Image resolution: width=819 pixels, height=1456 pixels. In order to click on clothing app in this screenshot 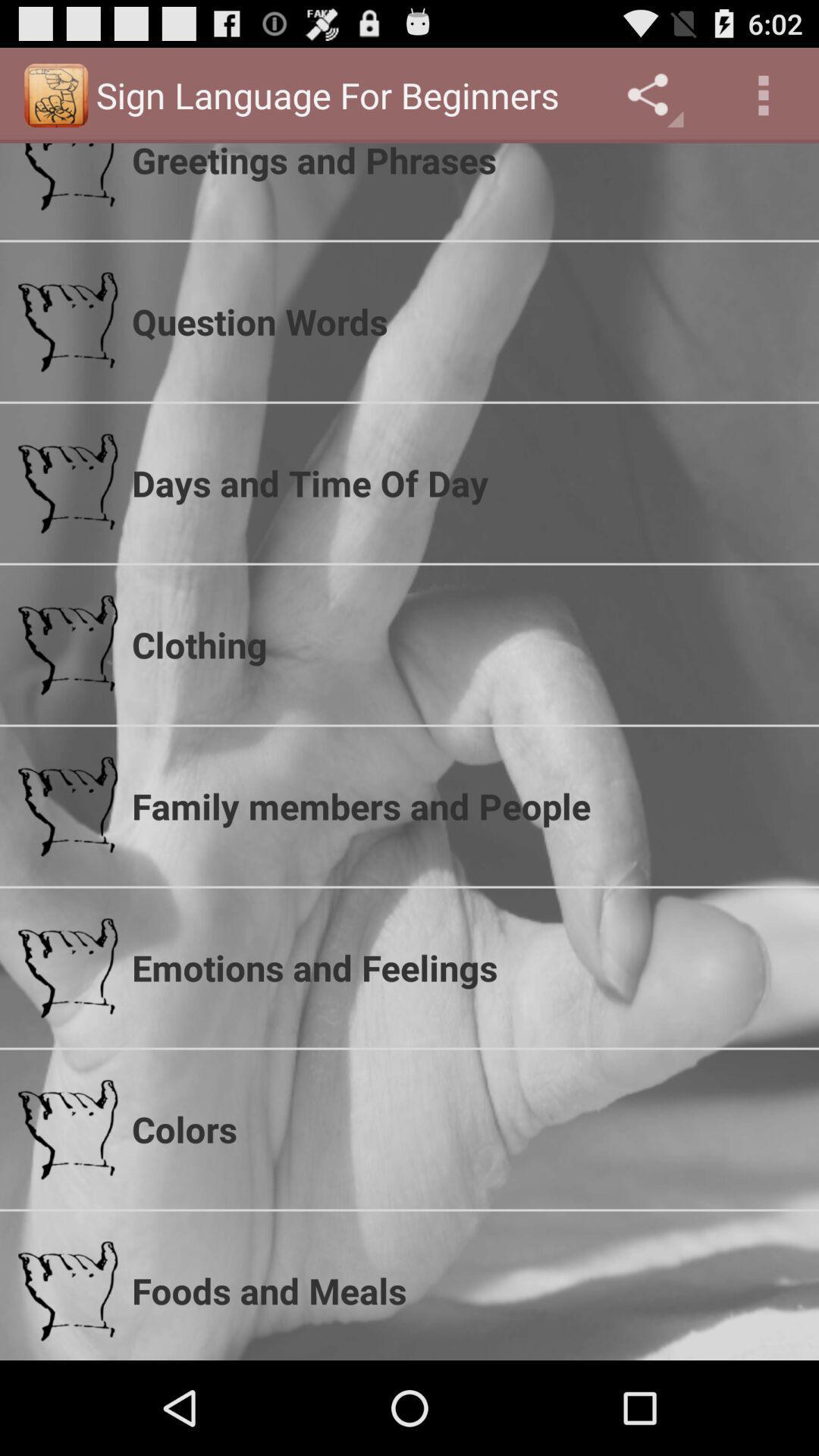, I will do `click(465, 645)`.